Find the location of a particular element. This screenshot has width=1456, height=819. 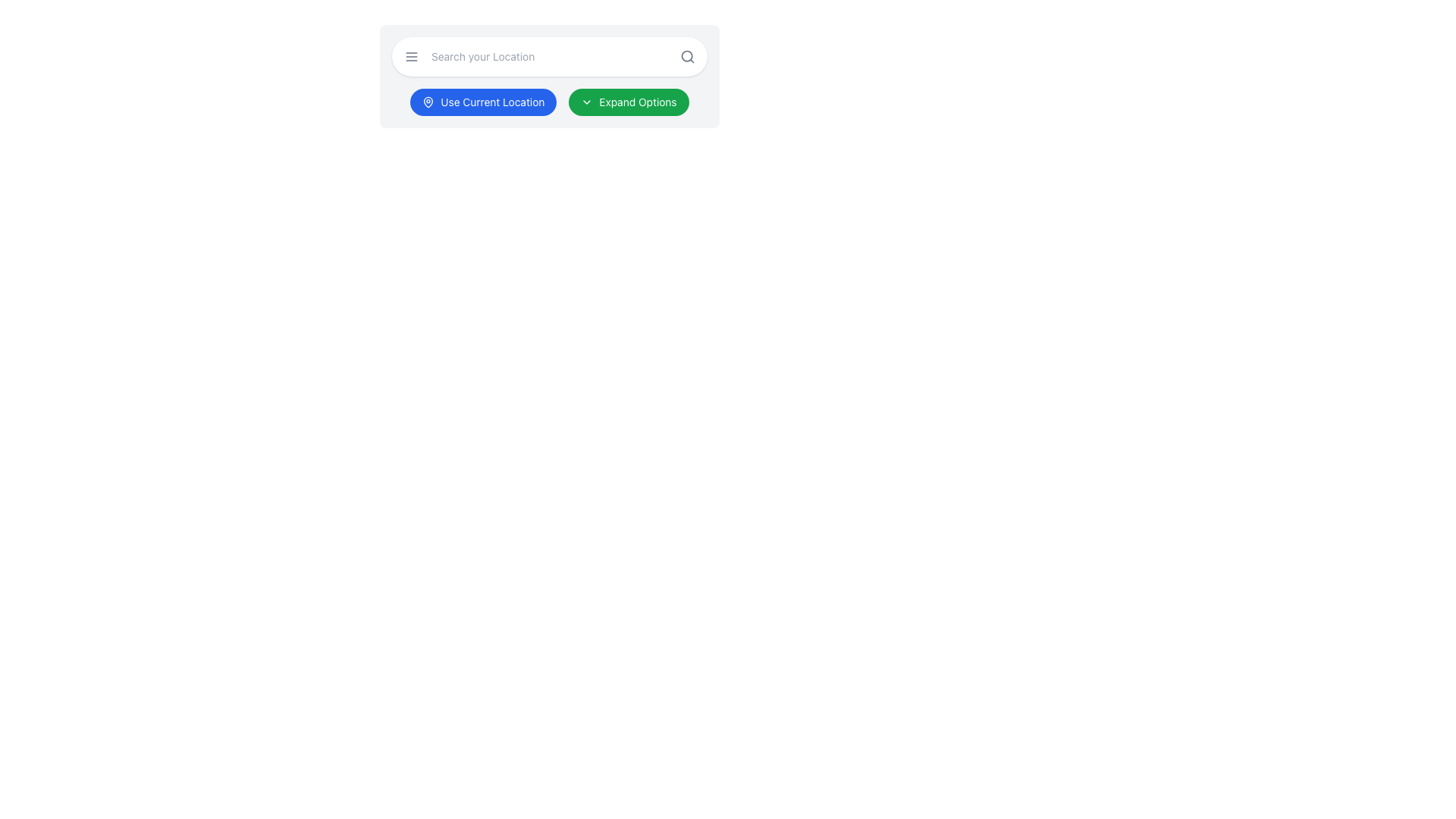

either of the two buttons located below the search bar at the top-center of the interface is located at coordinates (548, 102).